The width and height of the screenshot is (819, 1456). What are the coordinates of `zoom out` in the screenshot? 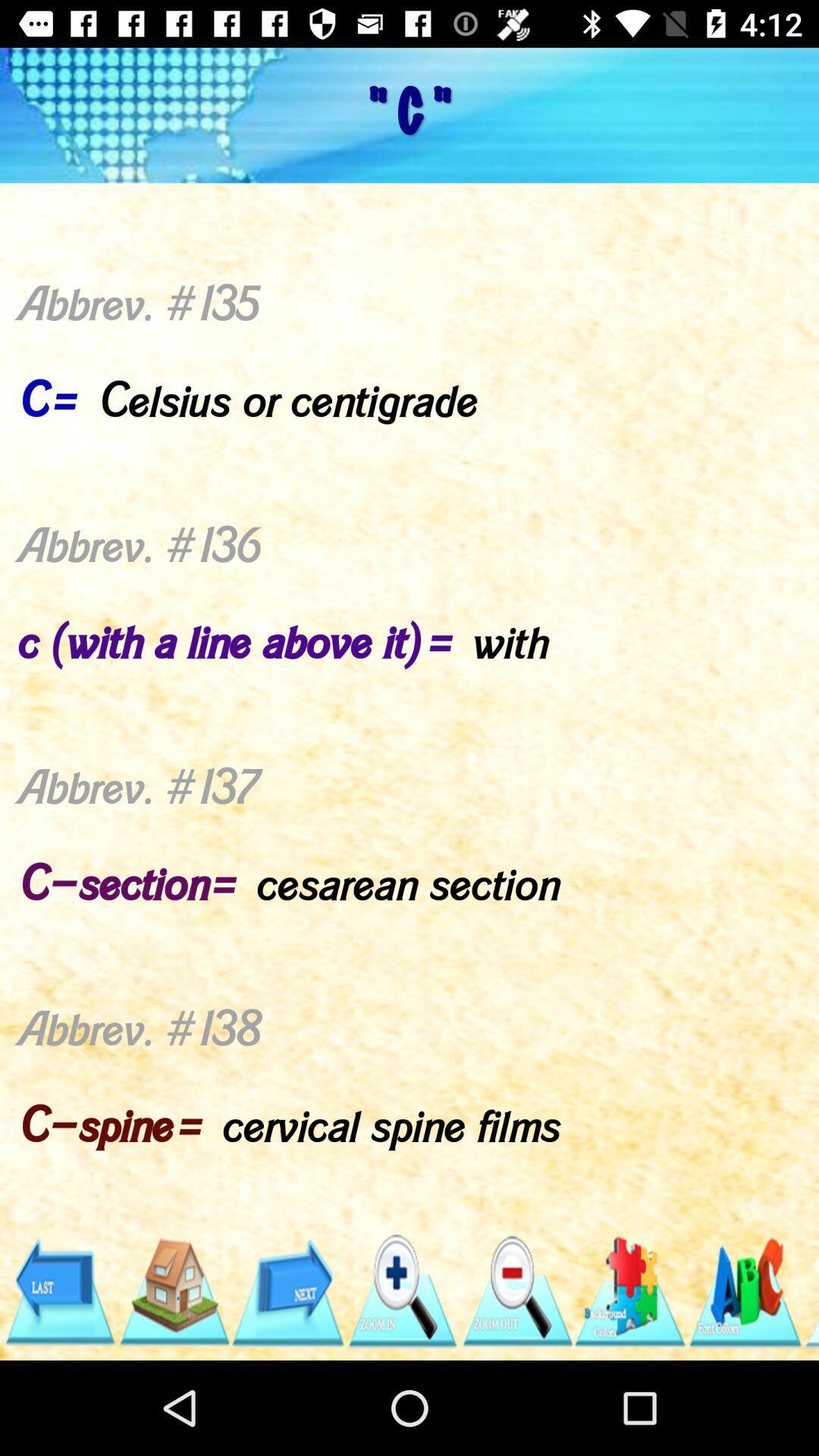 It's located at (516, 1291).